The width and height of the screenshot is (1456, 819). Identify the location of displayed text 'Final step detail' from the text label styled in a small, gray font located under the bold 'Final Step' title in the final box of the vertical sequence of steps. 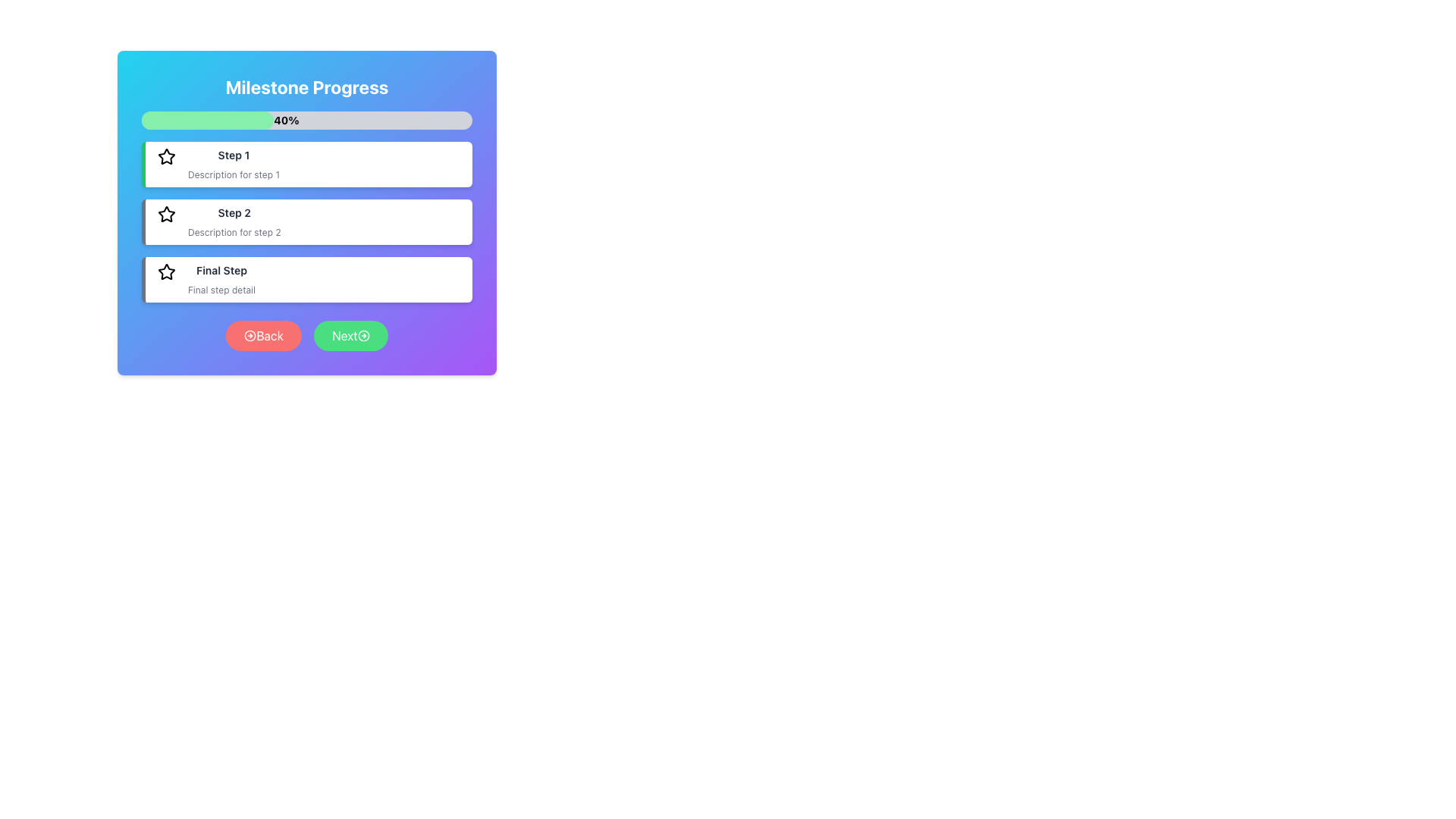
(221, 290).